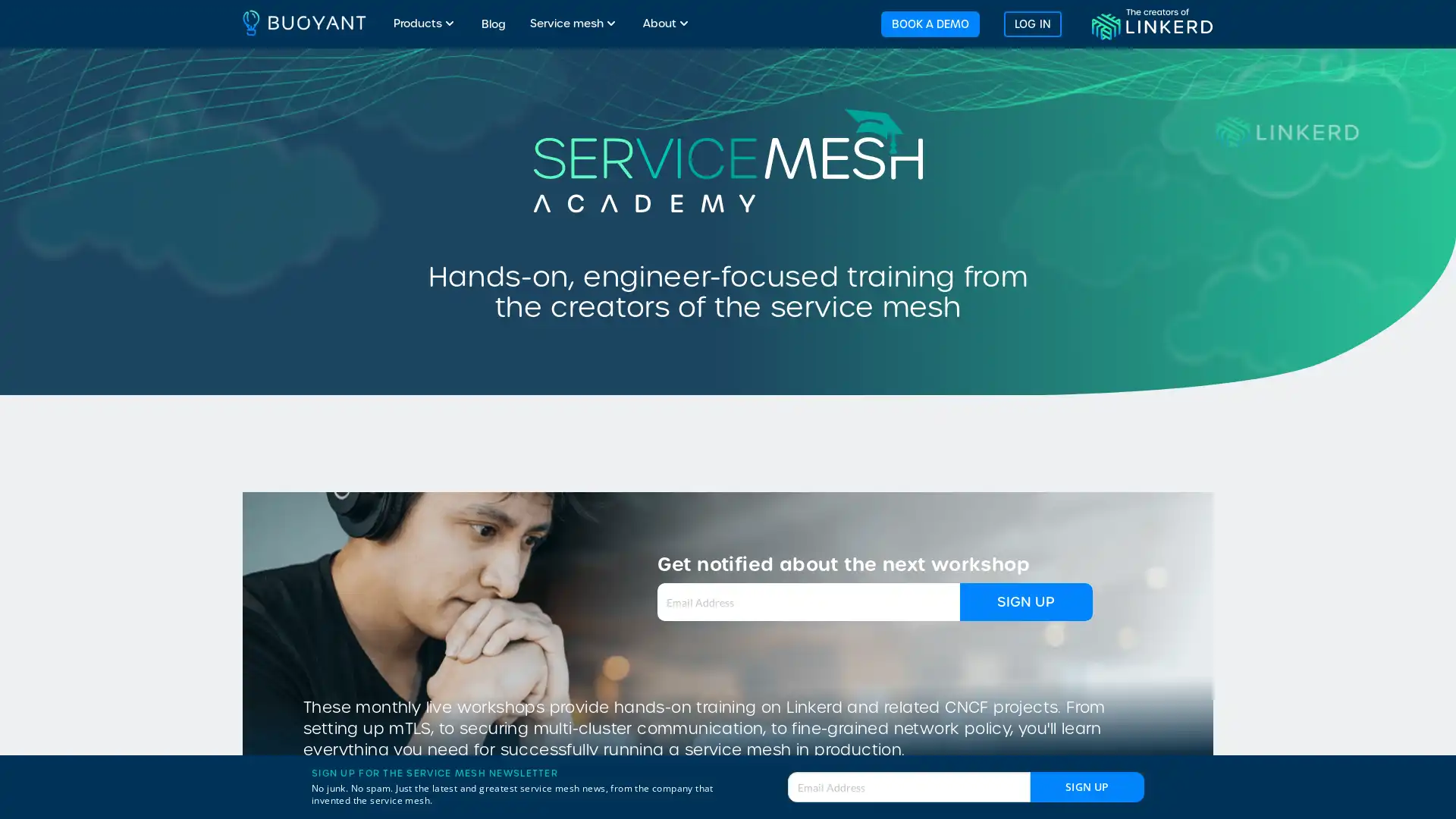 Image resolution: width=1456 pixels, height=819 pixels. What do you see at coordinates (1025, 601) in the screenshot?
I see `Sign up` at bounding box center [1025, 601].